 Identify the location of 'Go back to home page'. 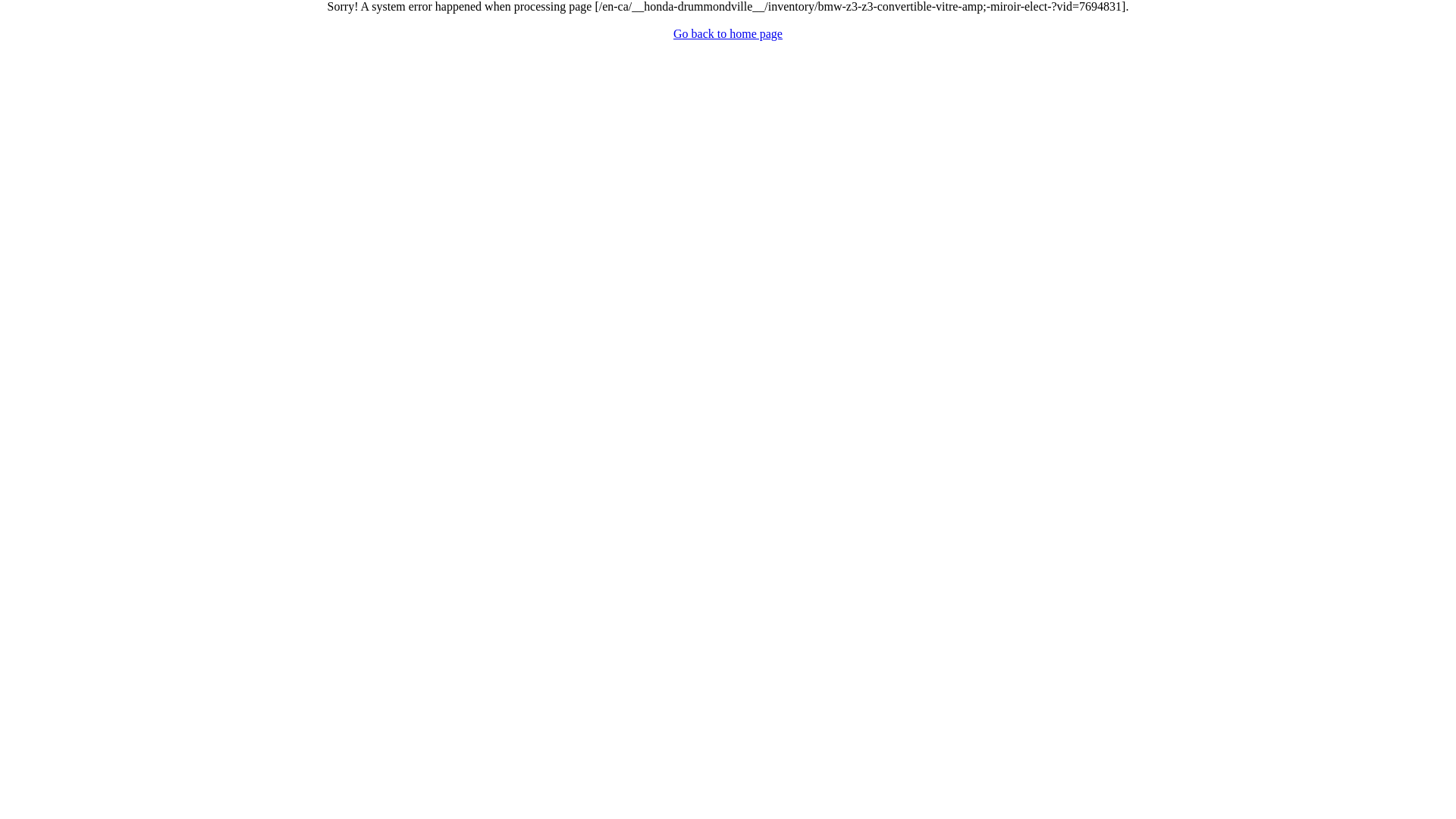
(728, 33).